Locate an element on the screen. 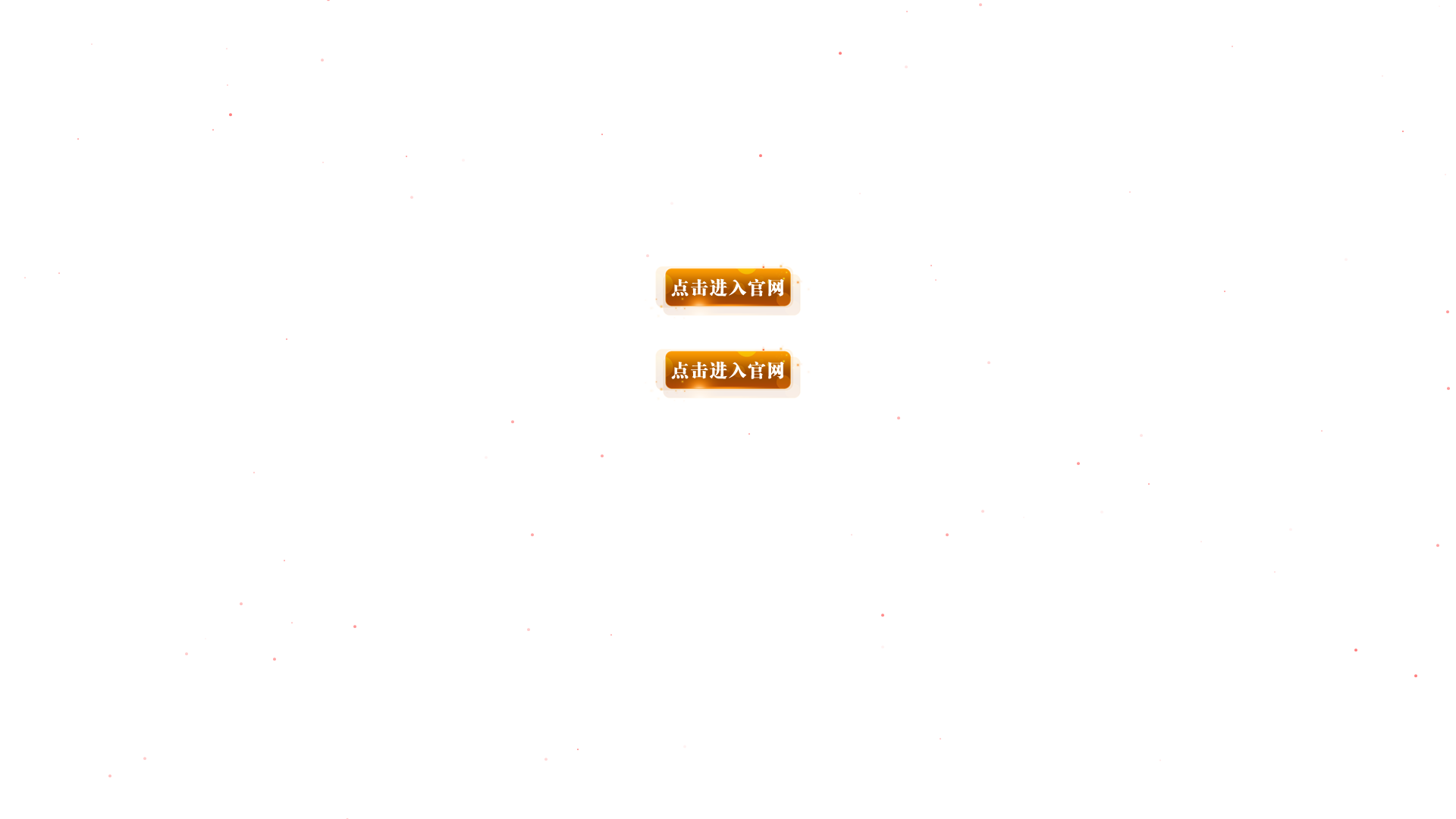 The height and width of the screenshot is (819, 1456). ' ' is located at coordinates (728, 323).